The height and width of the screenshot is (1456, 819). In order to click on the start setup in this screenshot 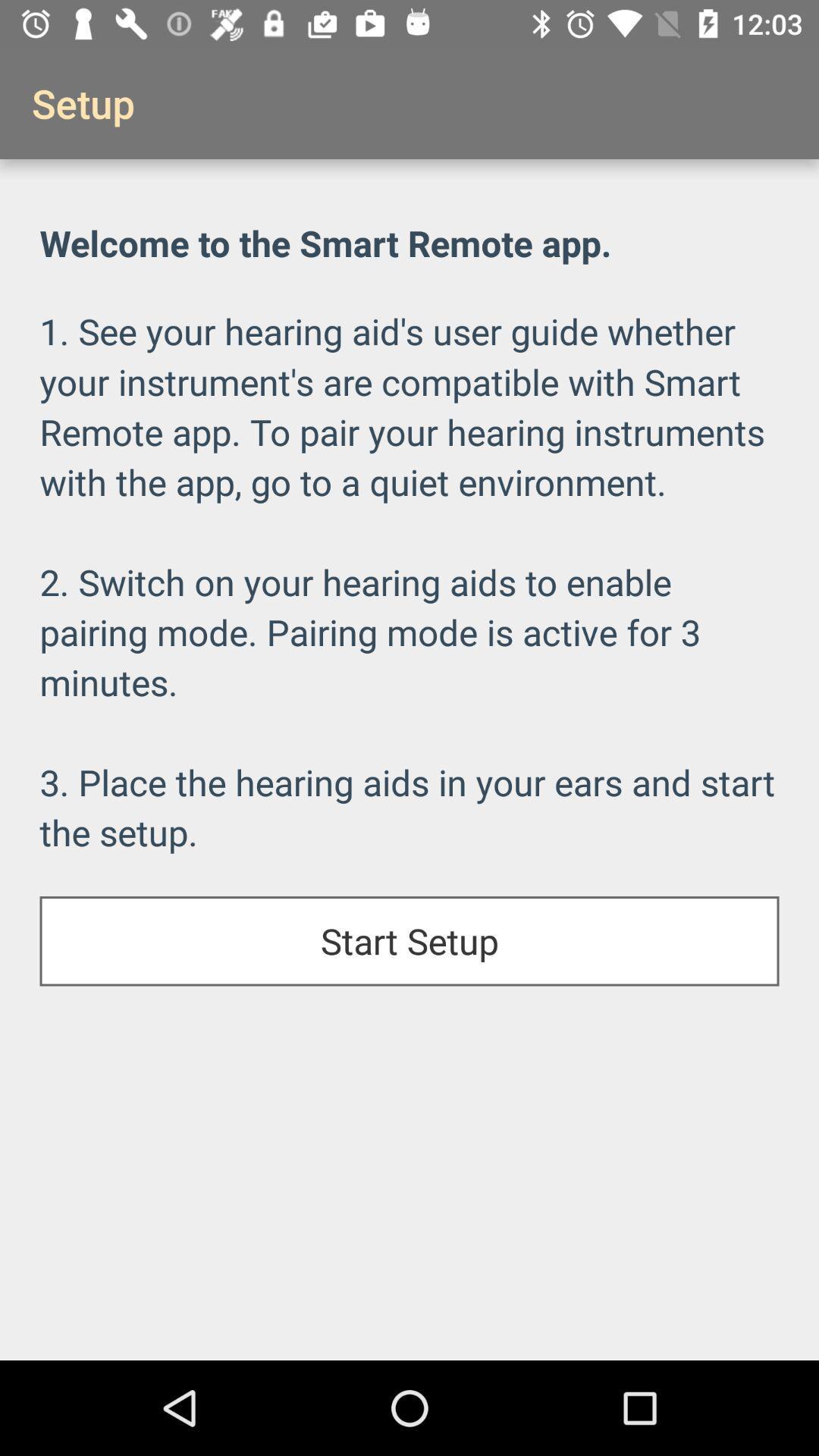, I will do `click(409, 940)`.